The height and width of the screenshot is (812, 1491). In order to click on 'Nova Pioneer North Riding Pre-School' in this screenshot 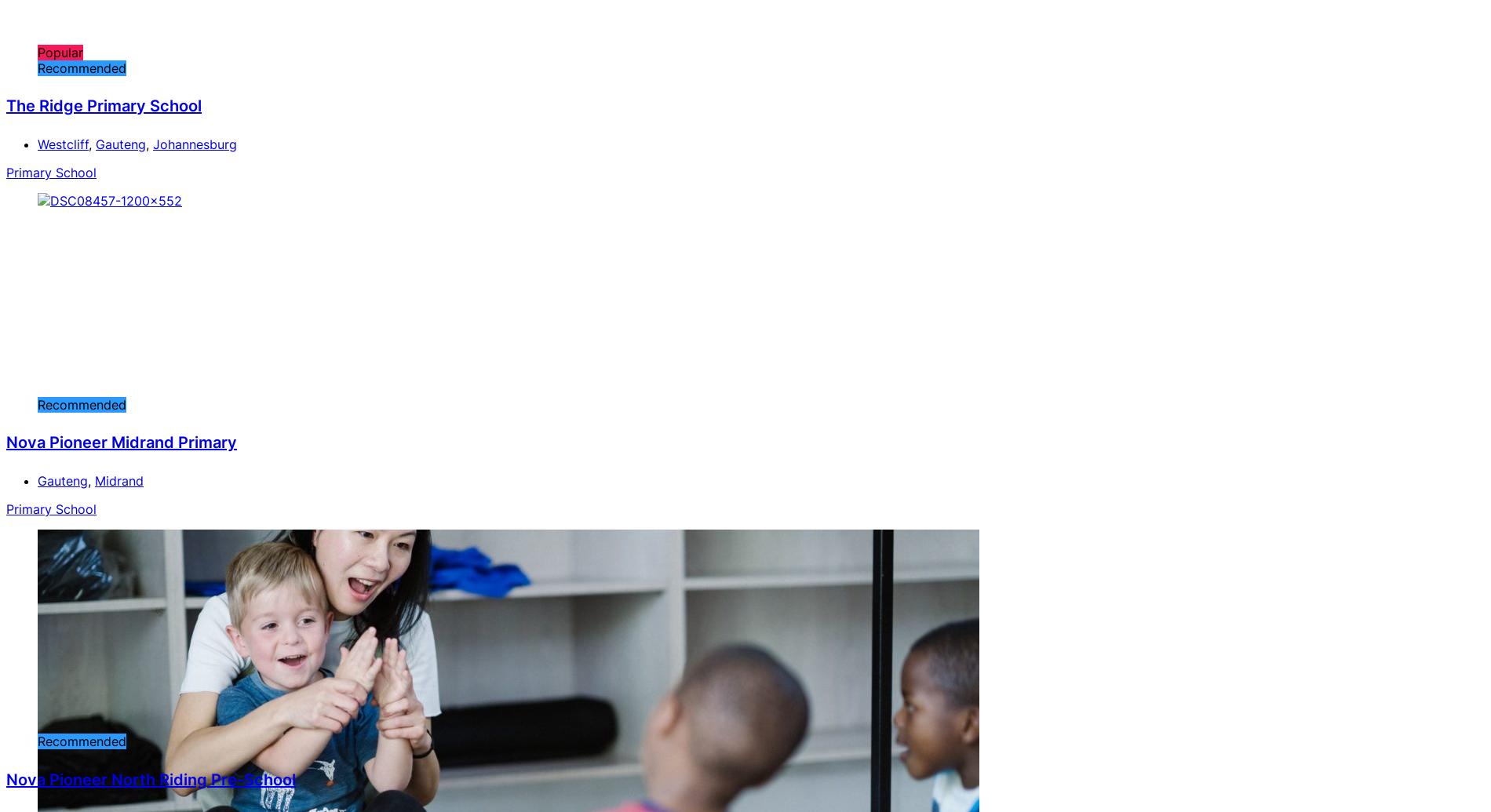, I will do `click(151, 777)`.